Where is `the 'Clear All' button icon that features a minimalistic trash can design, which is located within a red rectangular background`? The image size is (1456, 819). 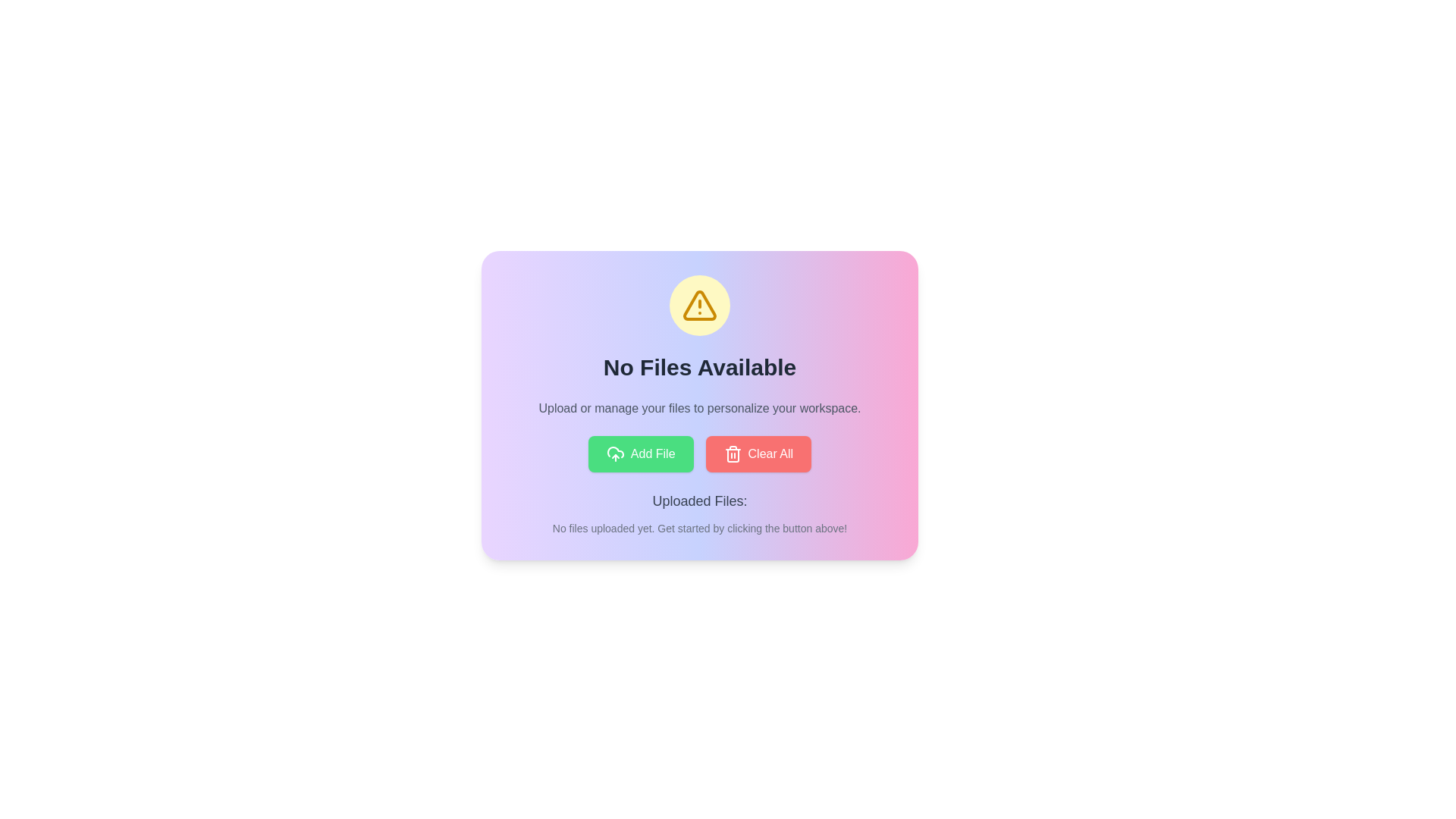 the 'Clear All' button icon that features a minimalistic trash can design, which is located within a red rectangular background is located at coordinates (733, 455).